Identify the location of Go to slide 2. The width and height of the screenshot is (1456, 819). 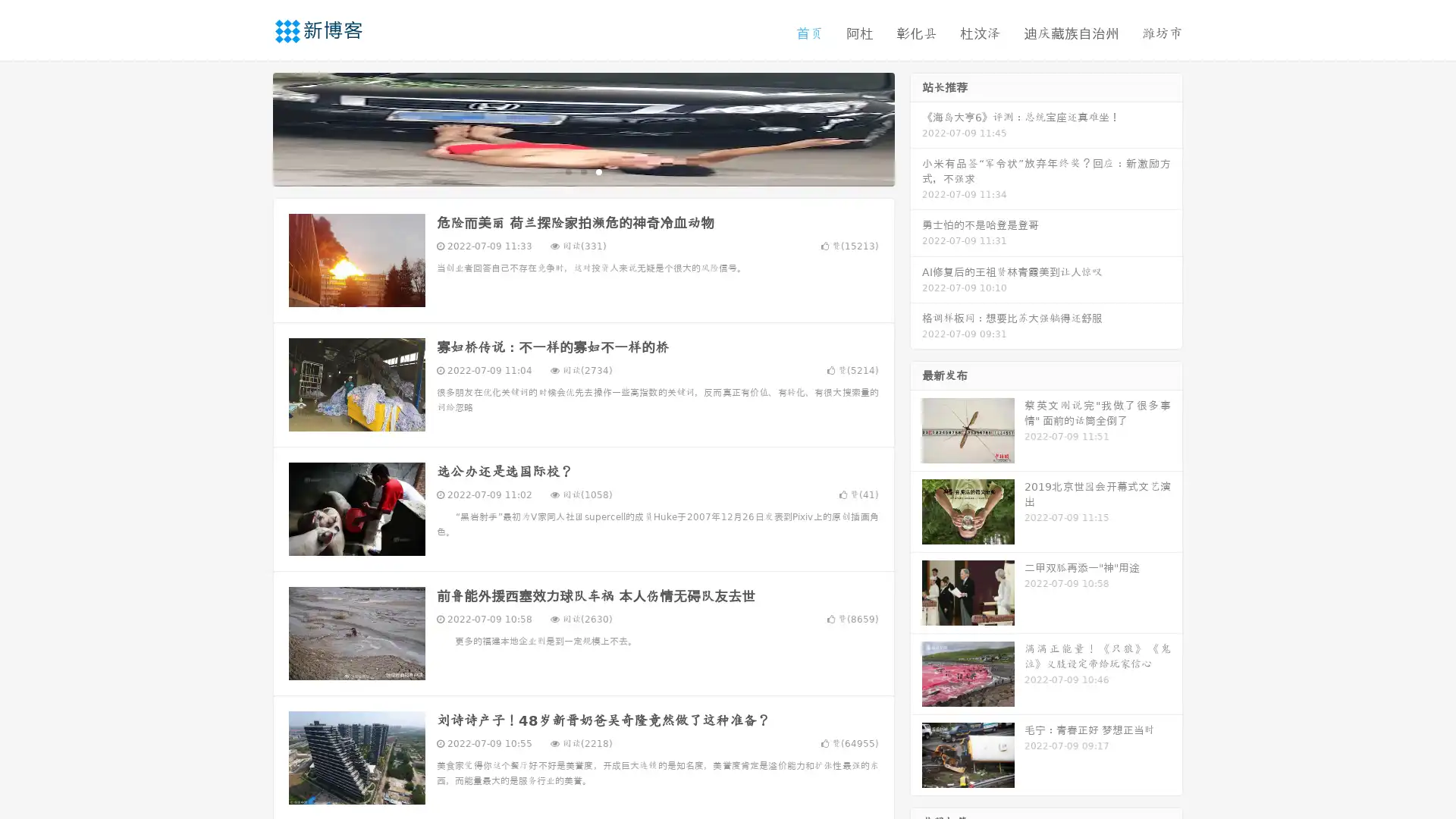
(582, 171).